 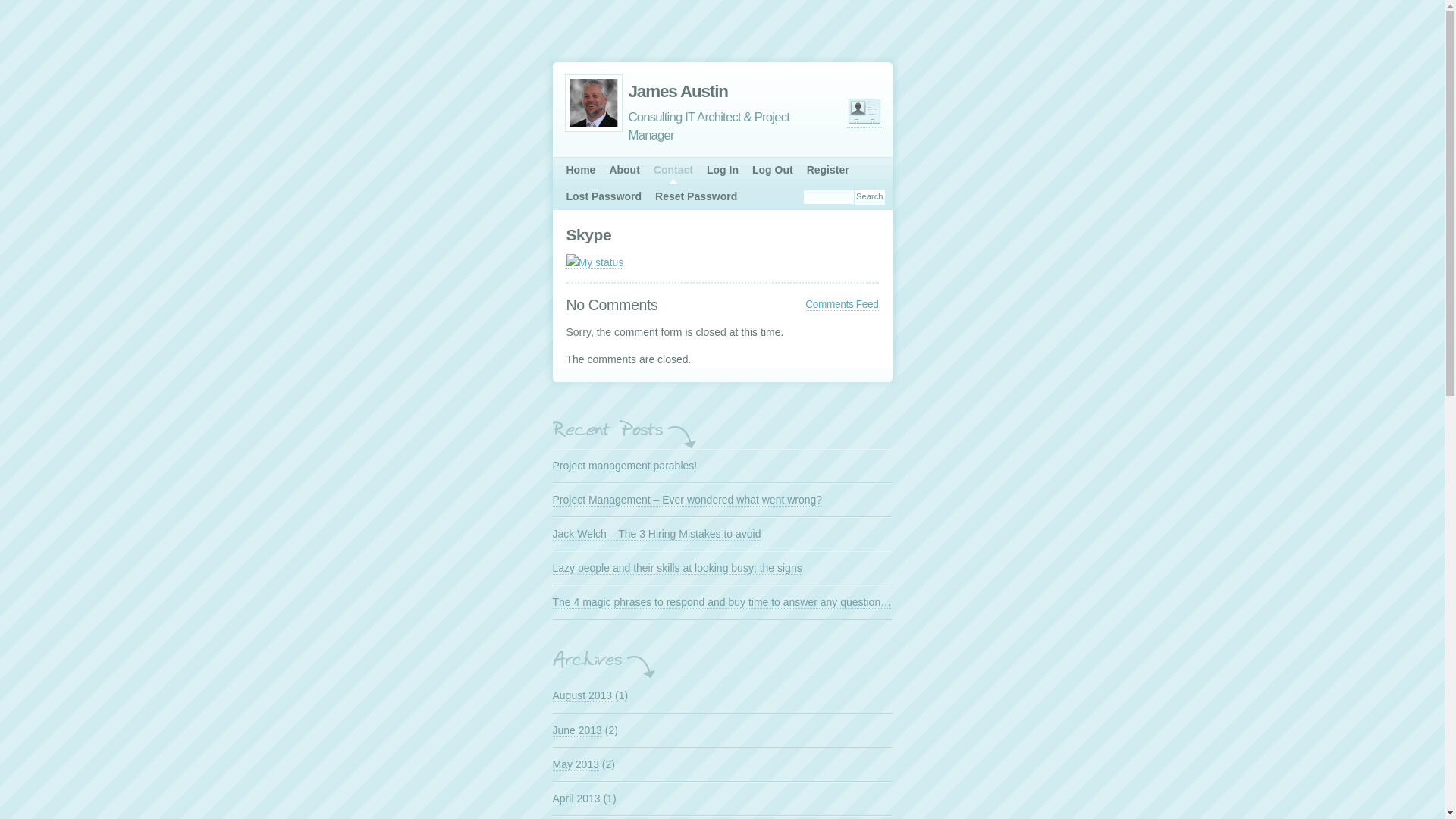 What do you see at coordinates (575, 798) in the screenshot?
I see `'April 2013'` at bounding box center [575, 798].